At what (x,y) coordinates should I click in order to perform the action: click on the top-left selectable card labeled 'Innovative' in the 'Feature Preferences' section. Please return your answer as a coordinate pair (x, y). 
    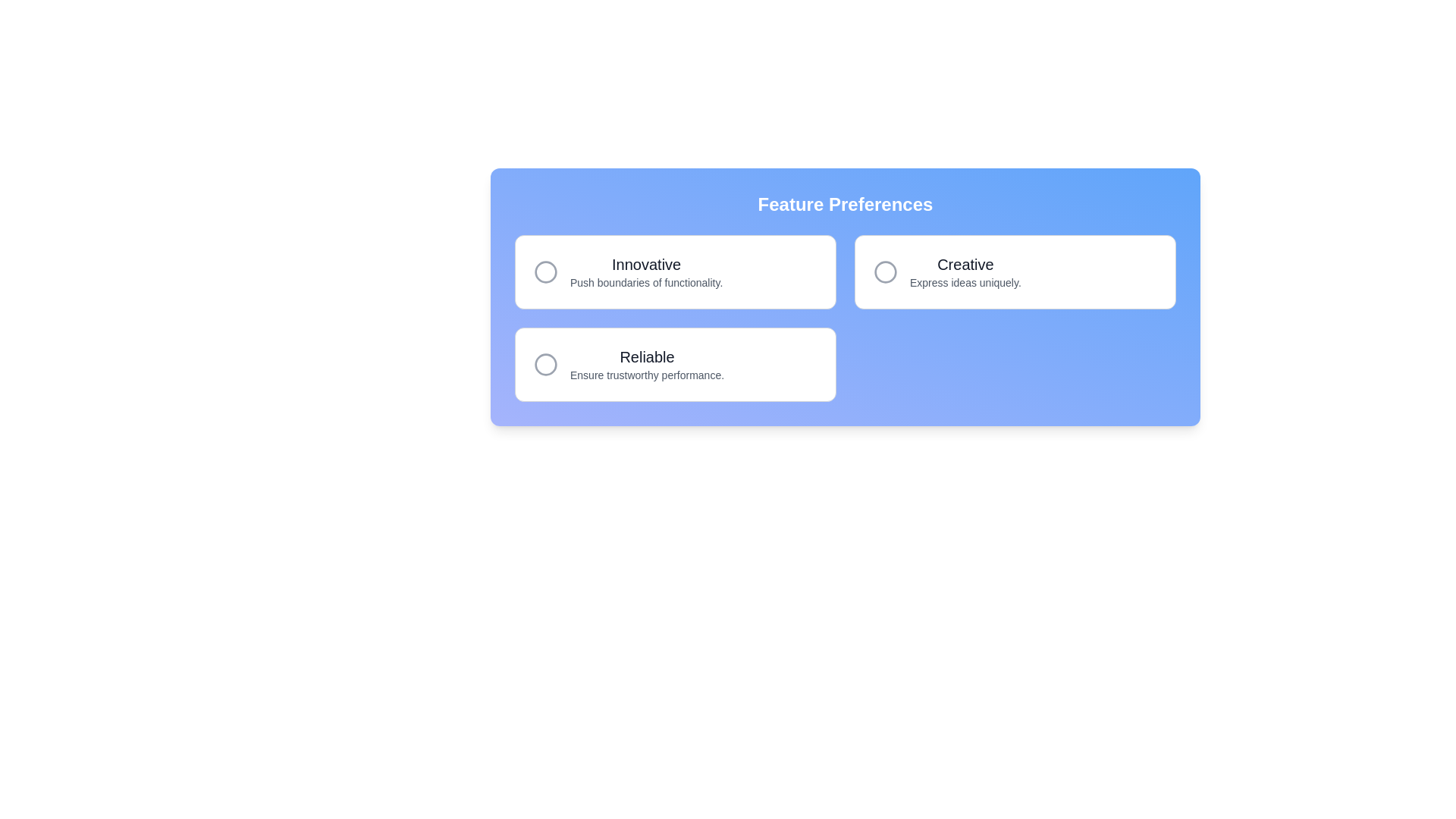
    Looking at the image, I should click on (675, 271).